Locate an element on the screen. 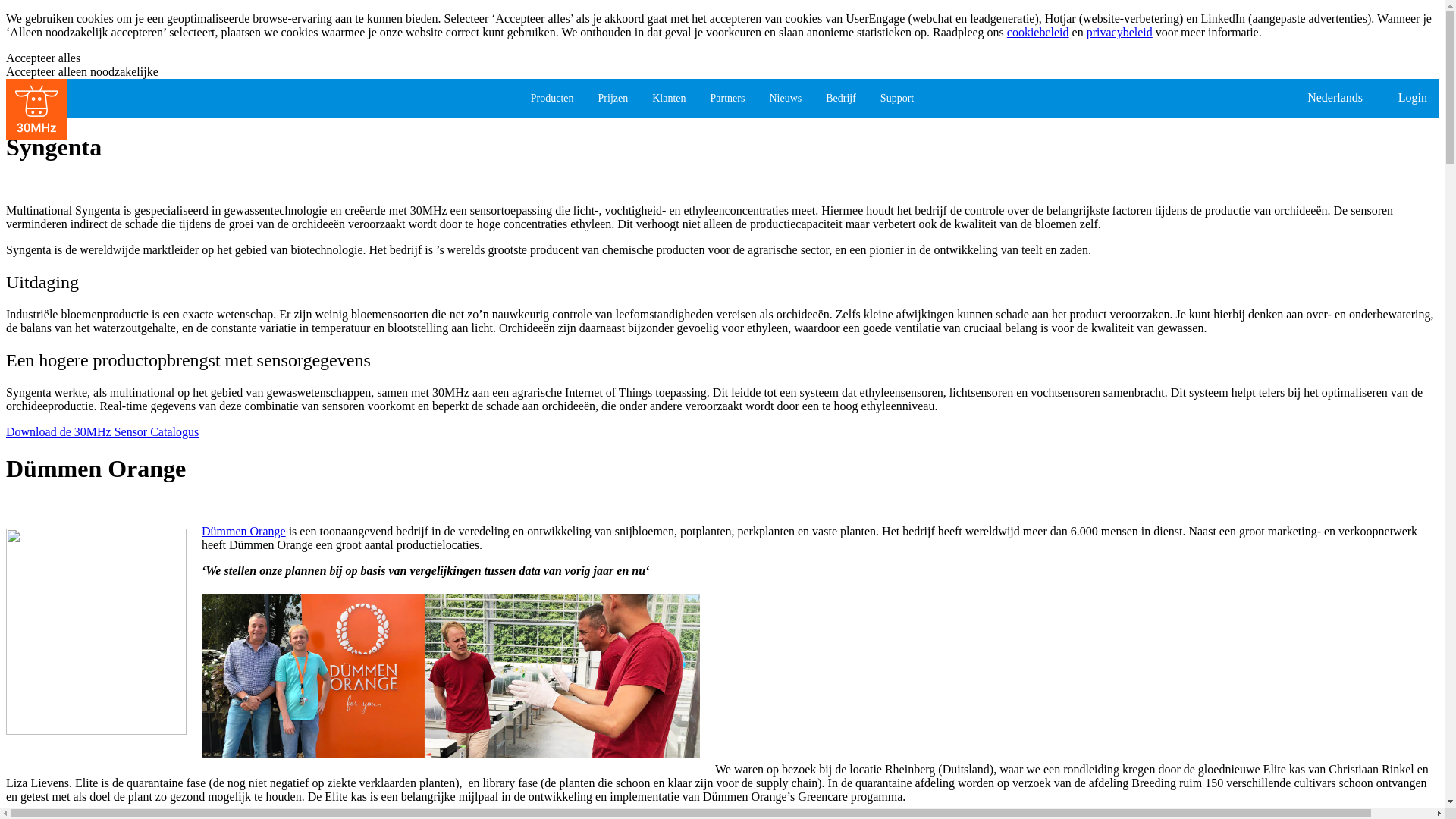 This screenshot has height=819, width=1456. 'Partners' is located at coordinates (701, 99).